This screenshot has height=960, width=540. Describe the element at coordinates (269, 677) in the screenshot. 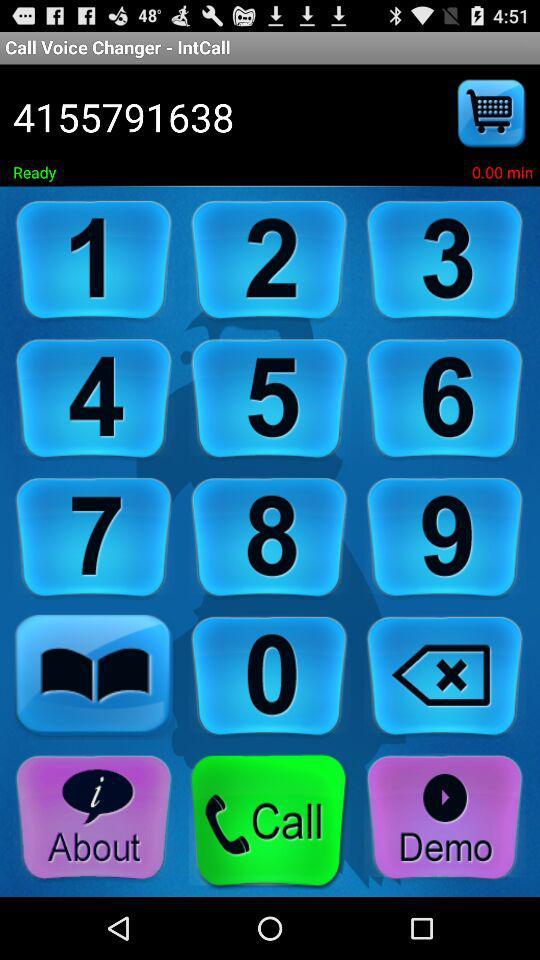

I see `click on 0` at that location.